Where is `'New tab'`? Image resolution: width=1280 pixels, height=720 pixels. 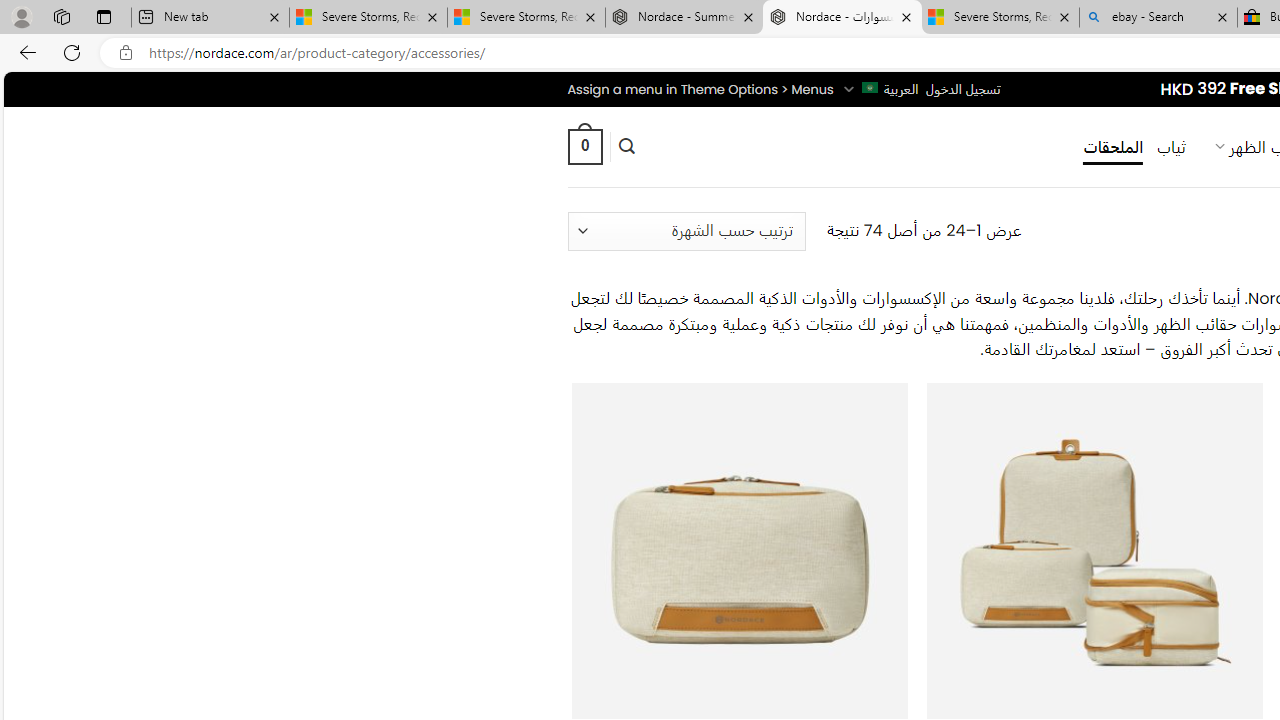 'New tab' is located at coordinates (210, 17).